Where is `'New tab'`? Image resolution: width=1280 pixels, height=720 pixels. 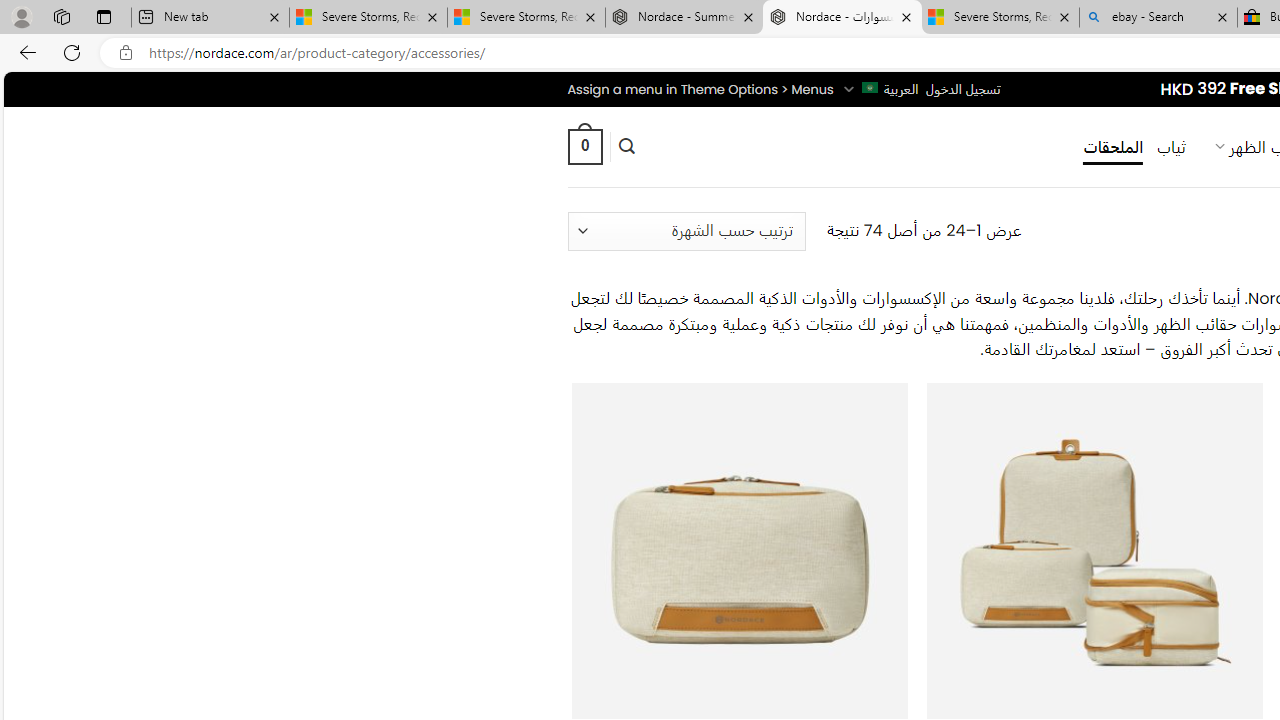 'New tab' is located at coordinates (210, 17).